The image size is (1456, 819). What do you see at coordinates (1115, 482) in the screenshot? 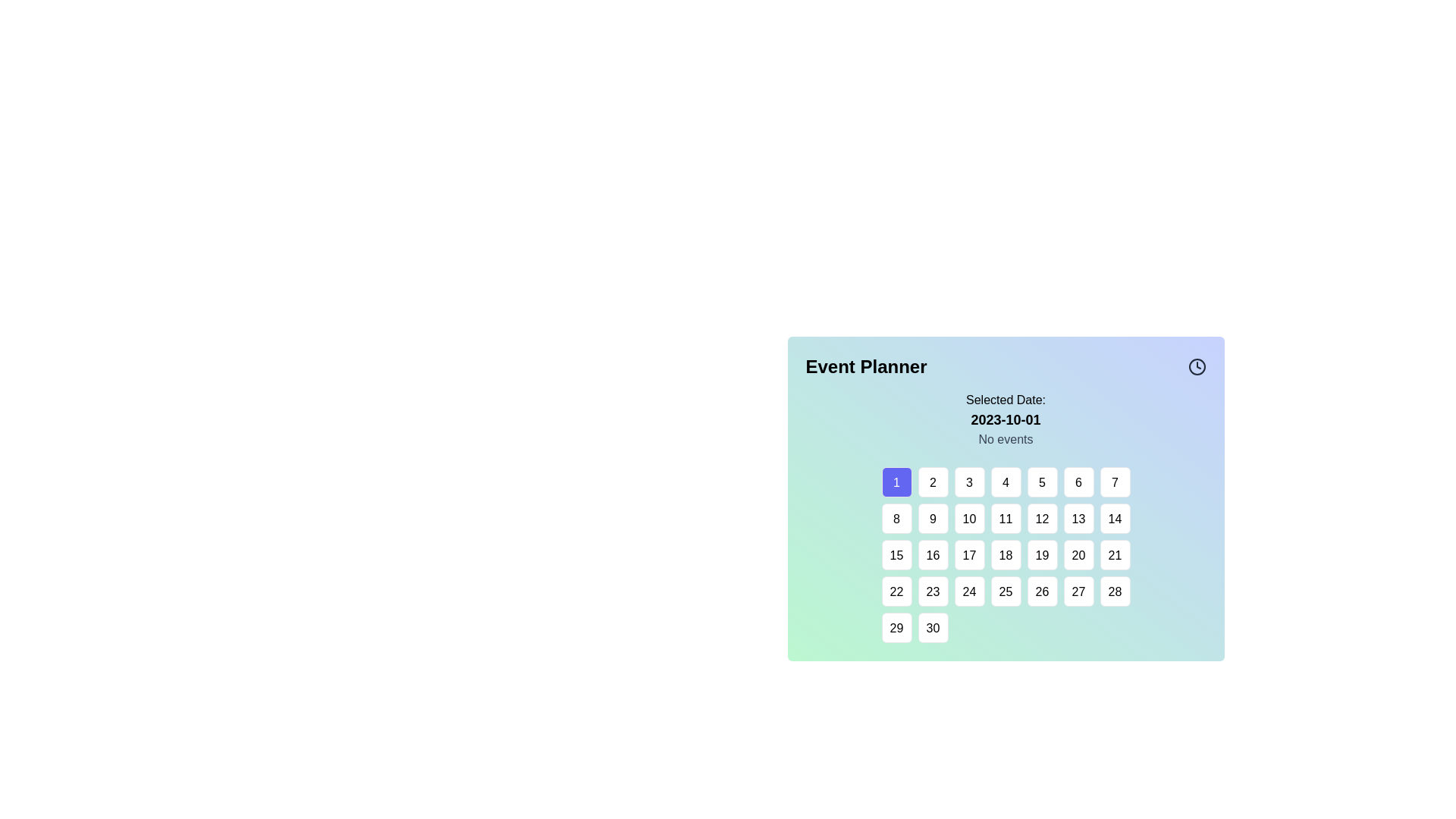
I see `the date button representing the 7th day in the date-picker interface` at bounding box center [1115, 482].